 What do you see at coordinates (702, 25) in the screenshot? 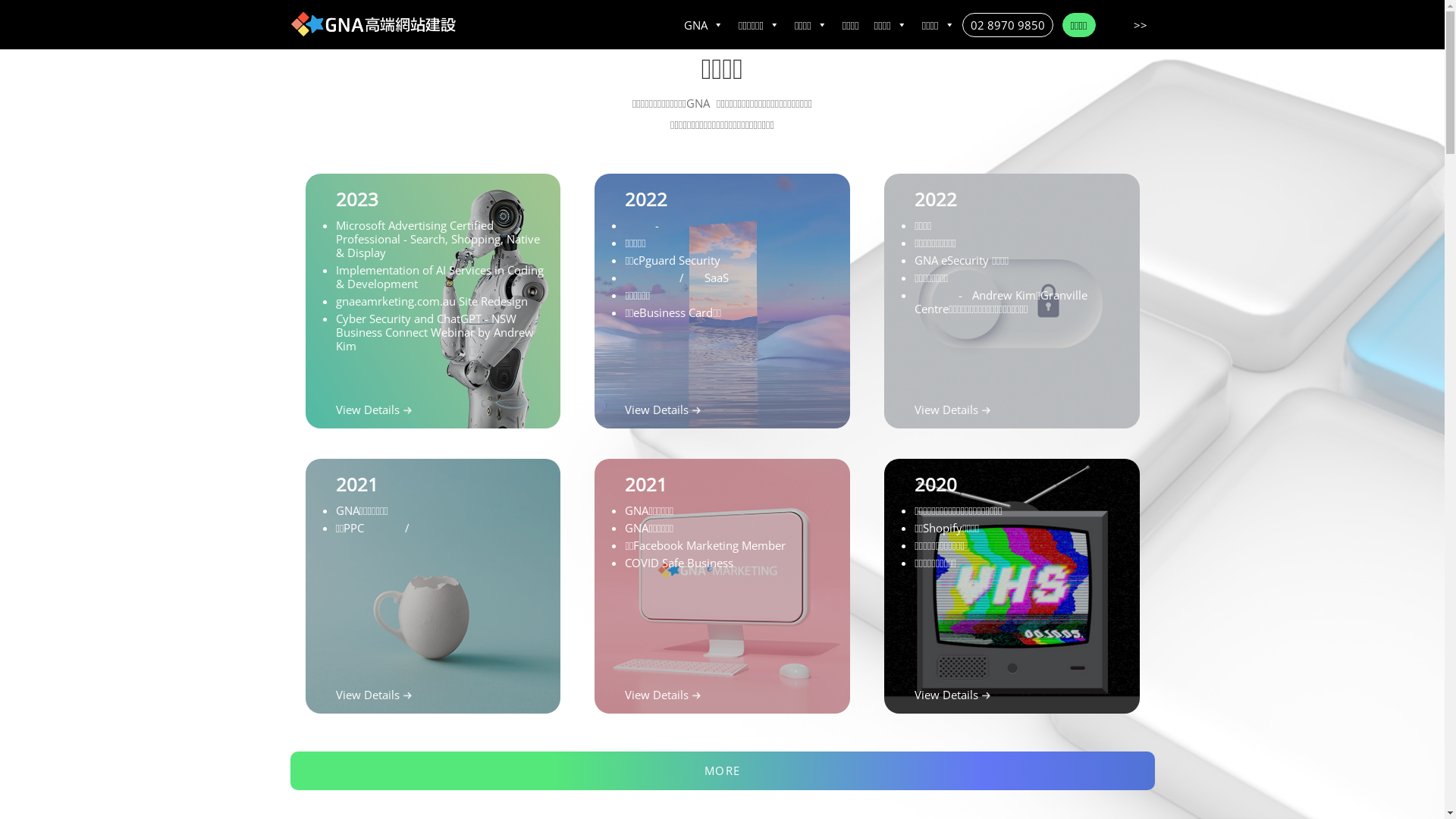
I see `'GNA'` at bounding box center [702, 25].